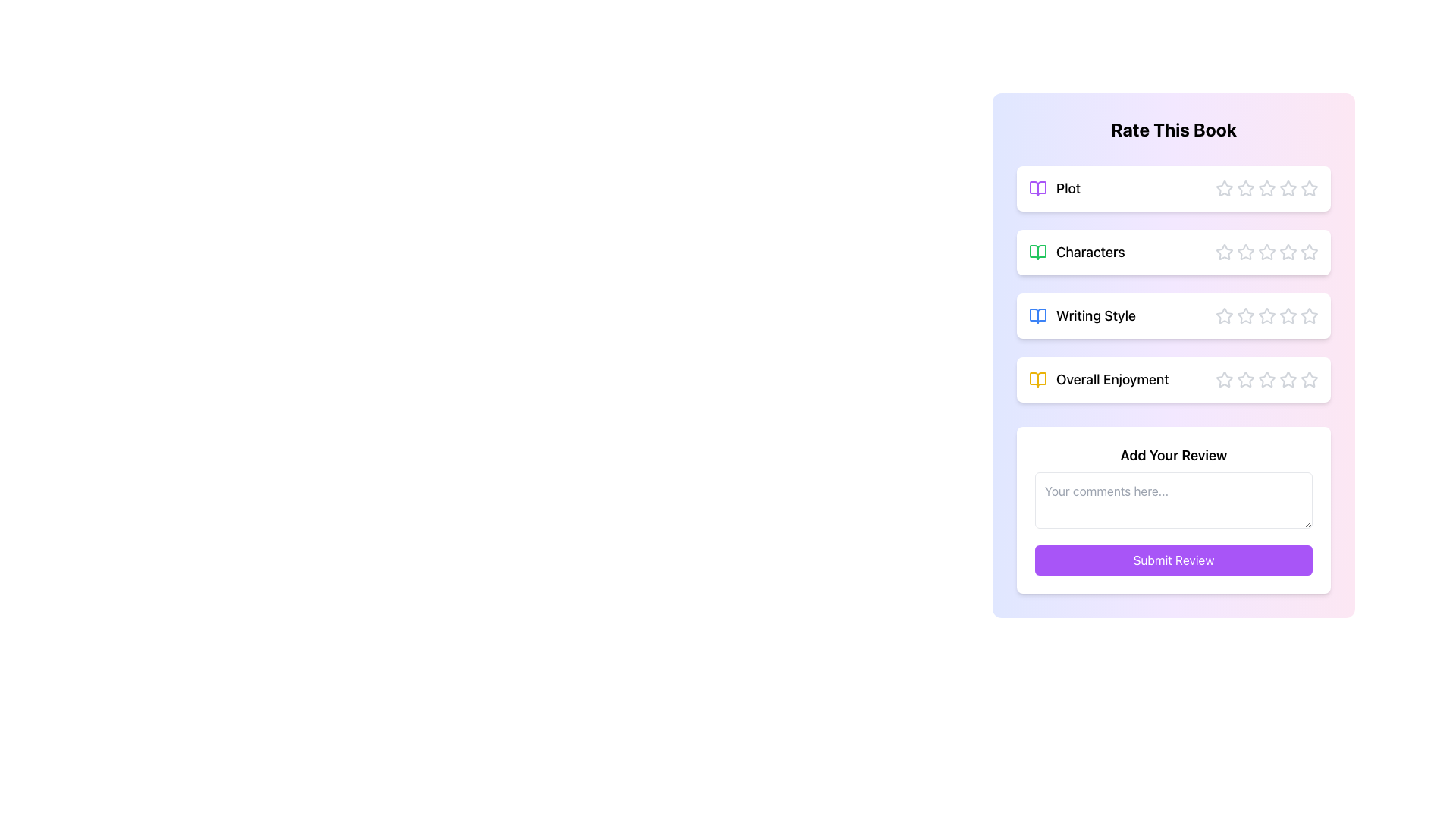  What do you see at coordinates (1224, 315) in the screenshot?
I see `the first hollow outline star icon in the rating section after the 'Writing Style' text label to rate it` at bounding box center [1224, 315].